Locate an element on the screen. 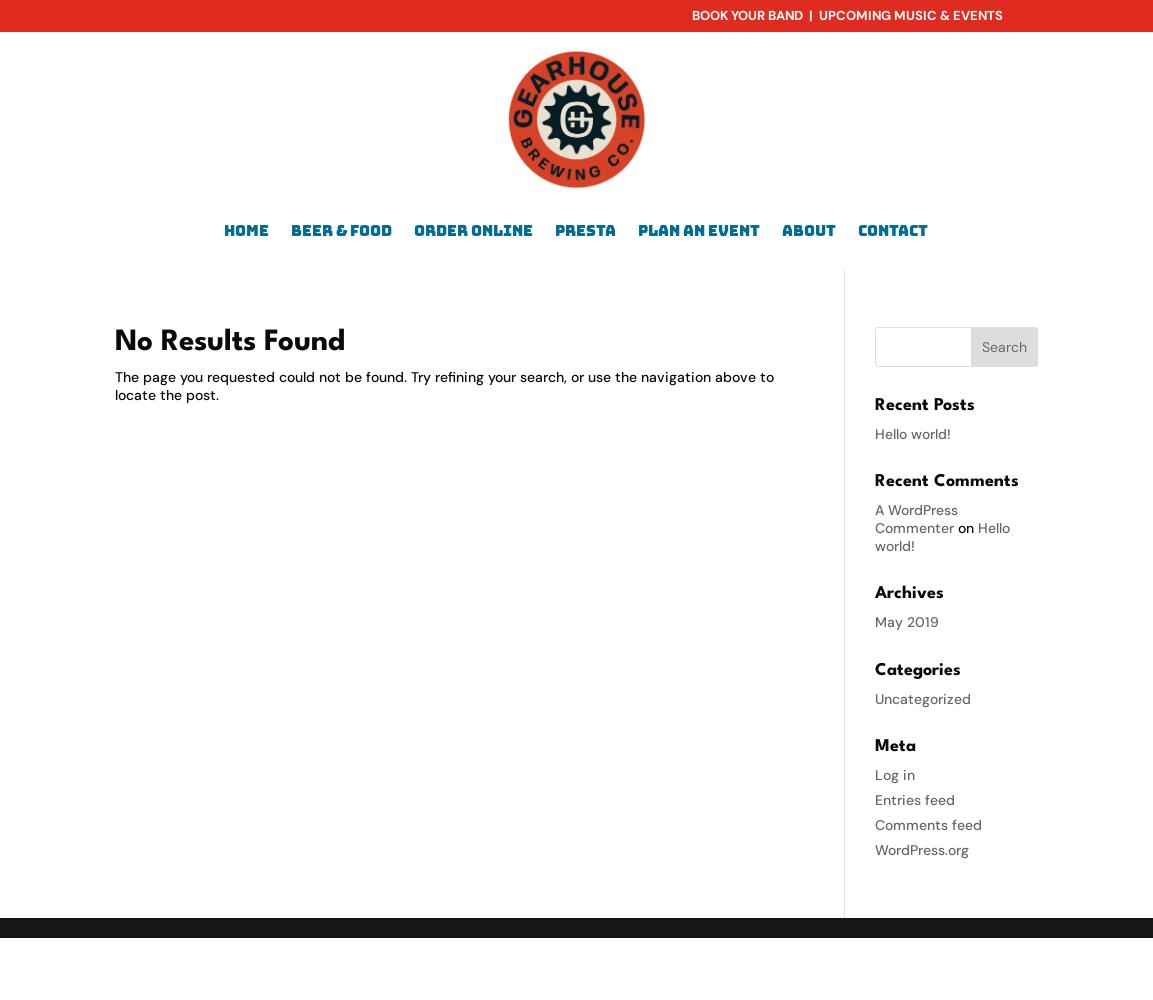  'Log in' is located at coordinates (875, 774).